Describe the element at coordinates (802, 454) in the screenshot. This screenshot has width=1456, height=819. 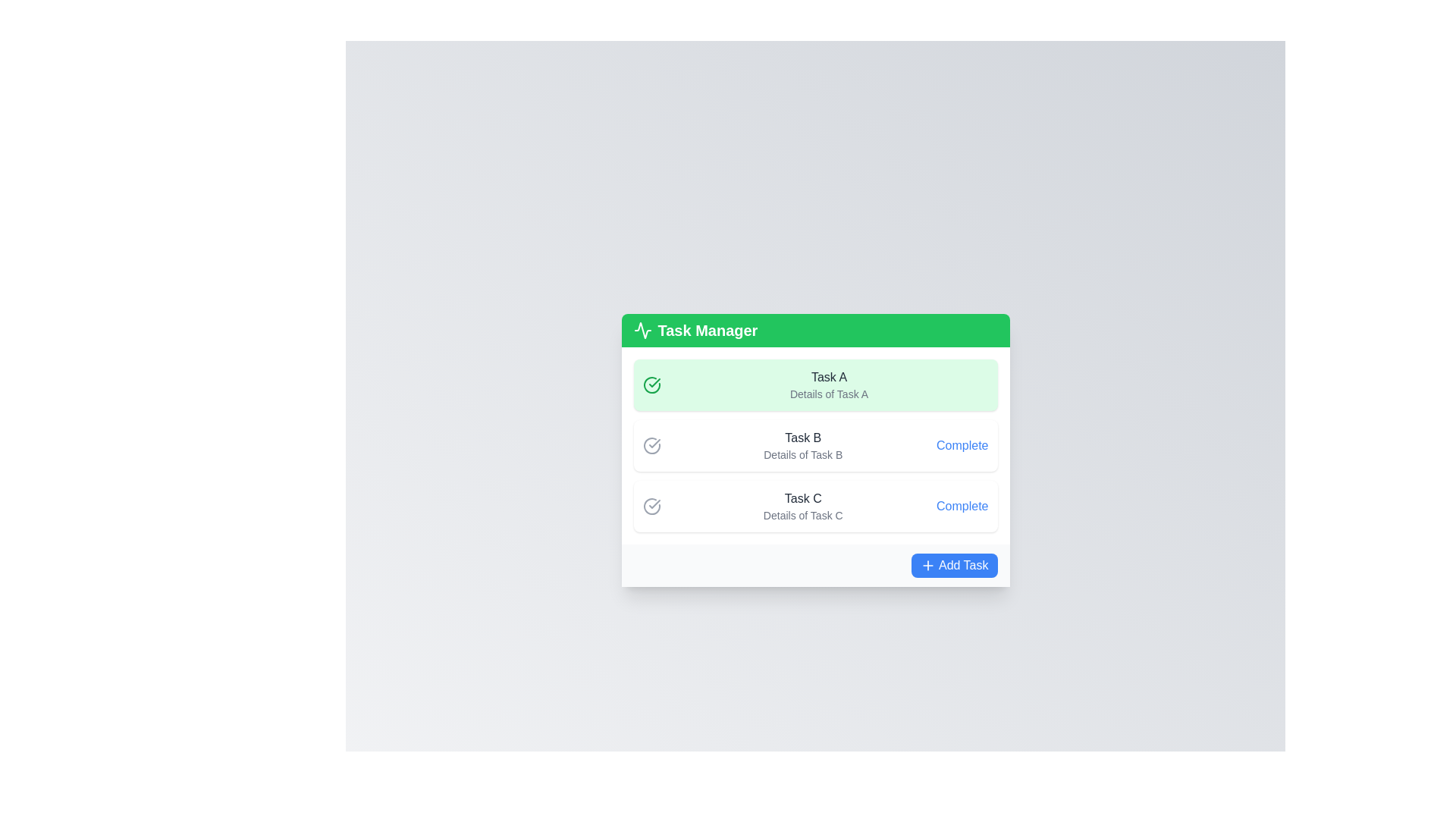
I see `the label displaying 'Details of Task B', which is styled with a smaller font size and subdued gray color, located below the bold text 'Task B'` at that location.